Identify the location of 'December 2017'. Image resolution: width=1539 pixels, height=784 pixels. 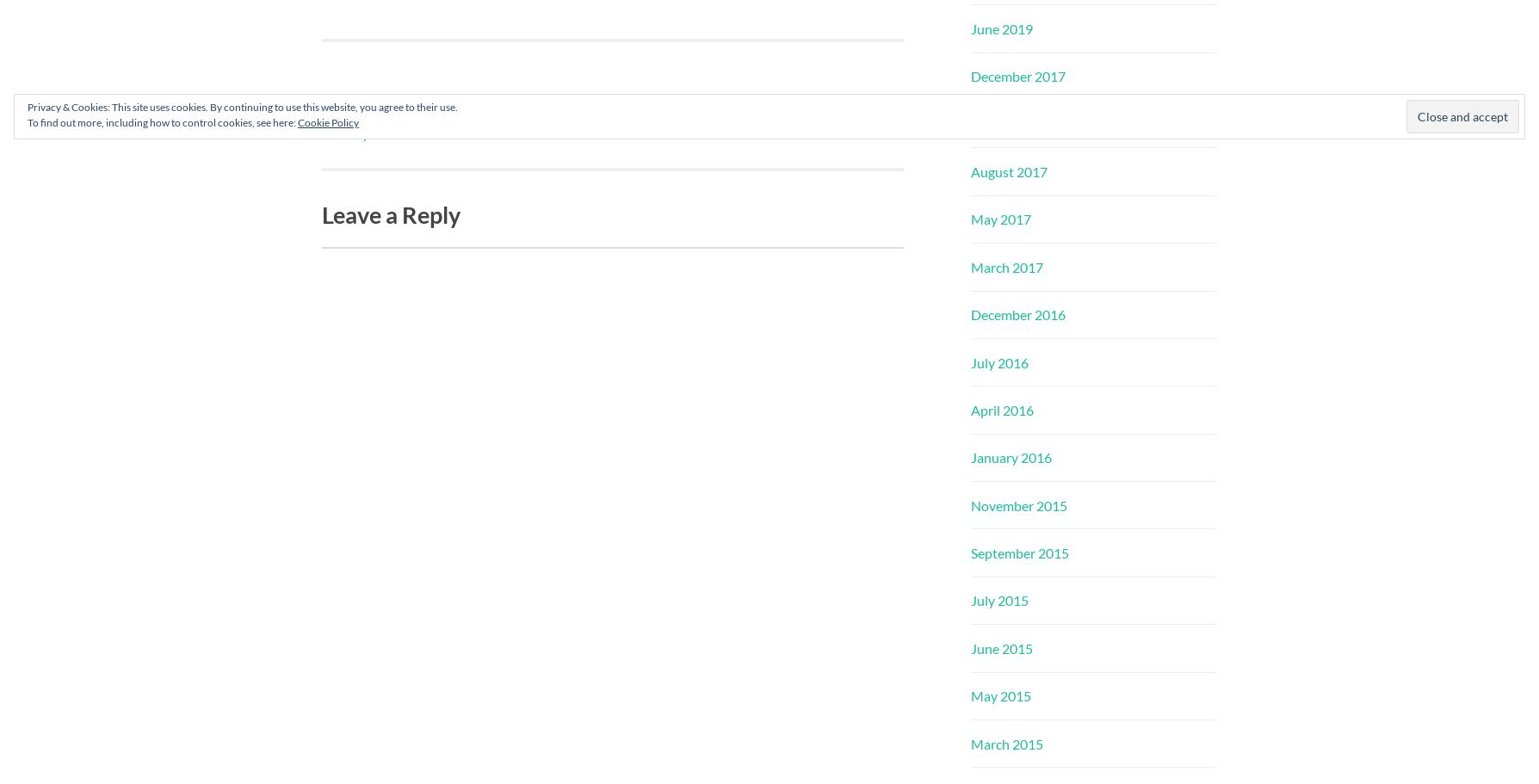
(970, 76).